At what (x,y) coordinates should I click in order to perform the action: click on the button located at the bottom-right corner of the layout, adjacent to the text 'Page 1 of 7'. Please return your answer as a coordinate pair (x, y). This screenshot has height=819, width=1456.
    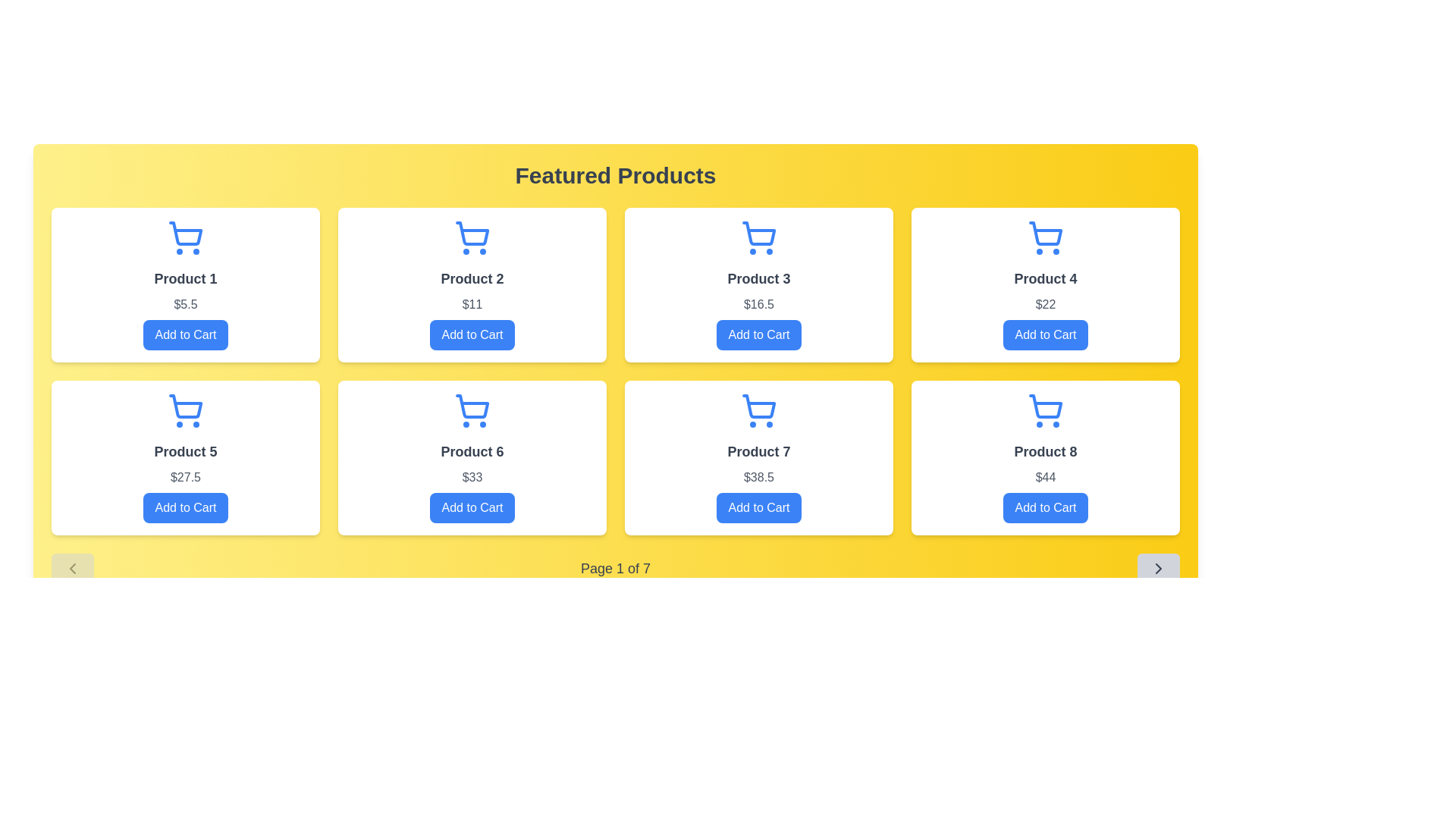
    Looking at the image, I should click on (1157, 568).